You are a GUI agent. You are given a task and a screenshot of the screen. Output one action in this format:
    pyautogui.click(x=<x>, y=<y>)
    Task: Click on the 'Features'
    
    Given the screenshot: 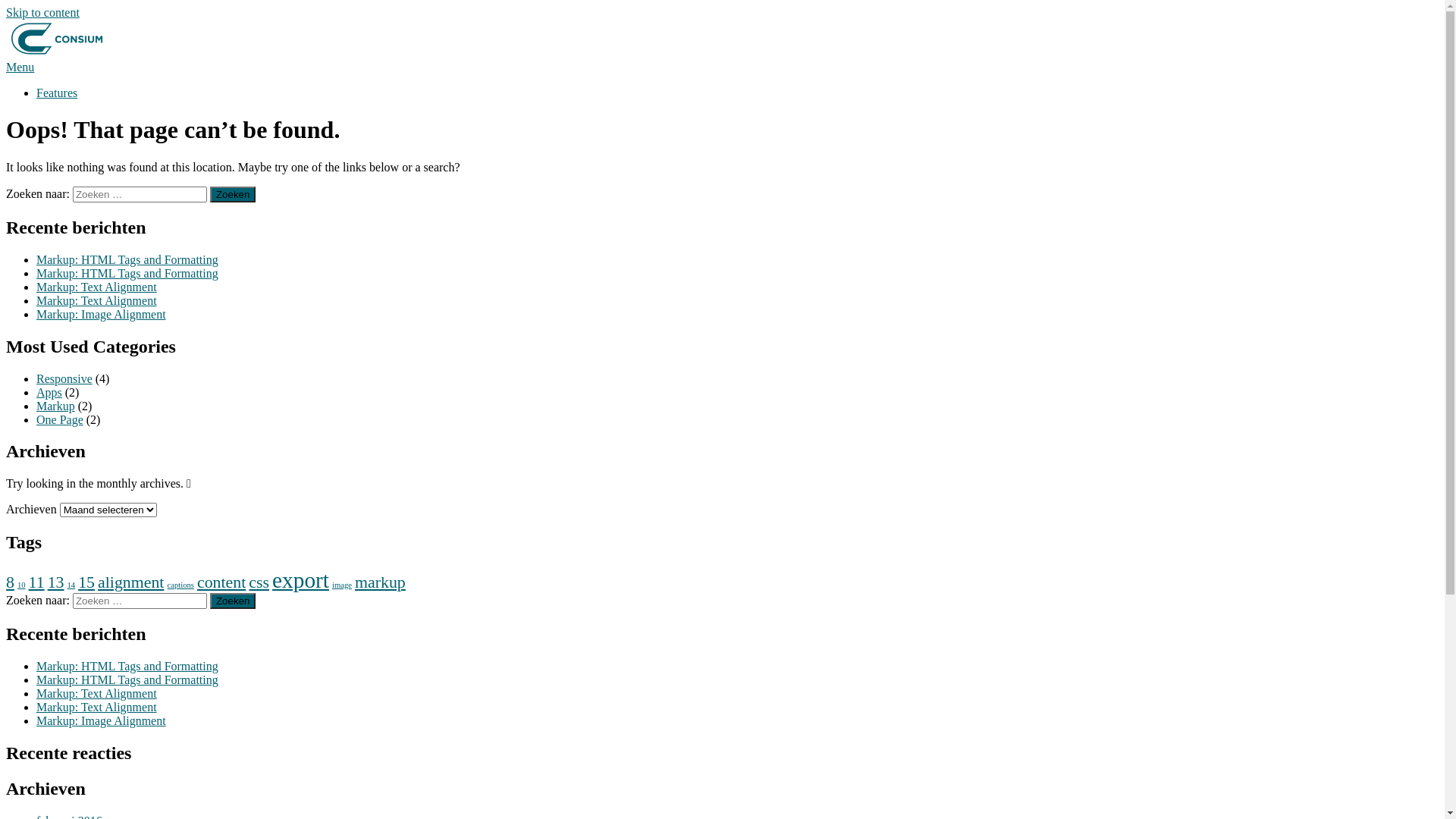 What is the action you would take?
    pyautogui.click(x=57, y=93)
    